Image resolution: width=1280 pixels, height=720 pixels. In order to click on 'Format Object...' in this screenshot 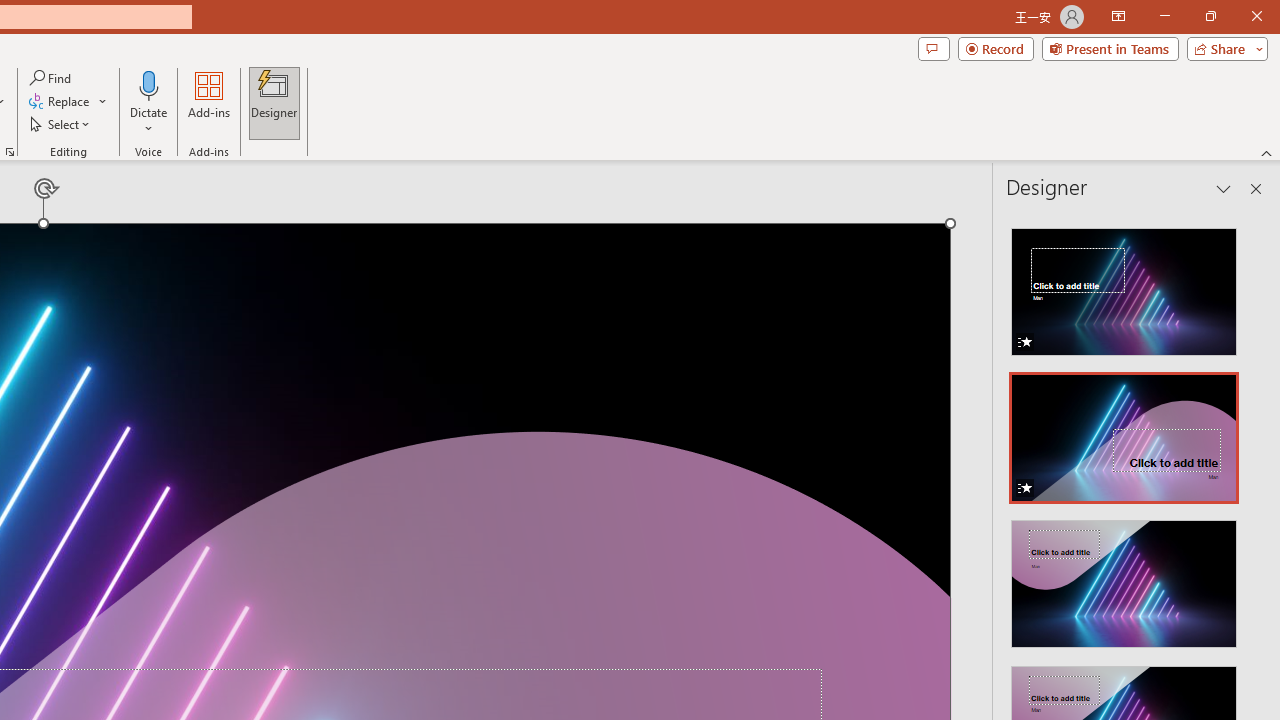, I will do `click(10, 150)`.